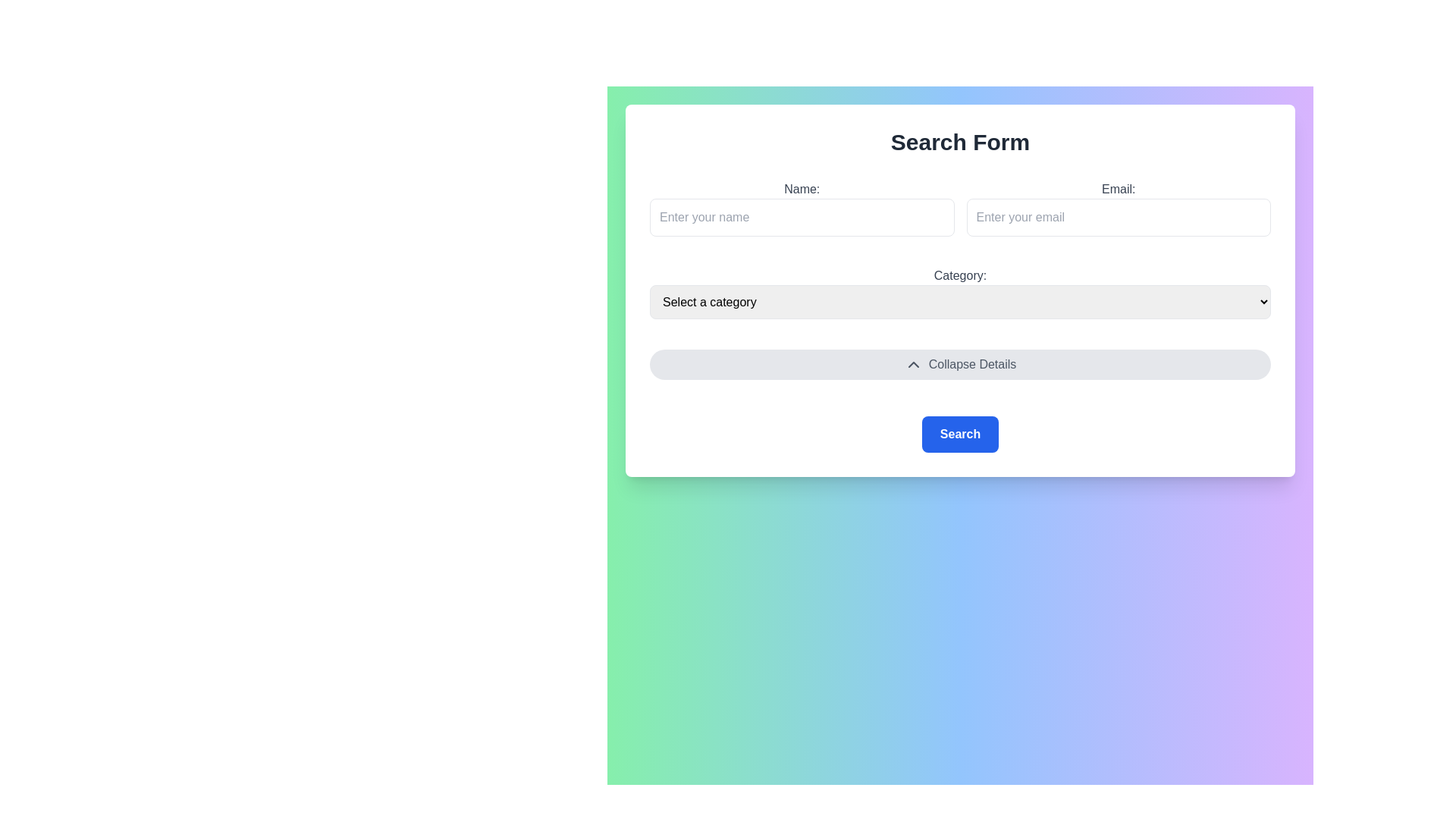 The image size is (1456, 819). Describe the element at coordinates (959, 435) in the screenshot. I see `the 'Search' button, which has a vibrant blue background, white bold text, and rounded corners, located centrally at the bottom of the form layout` at that location.